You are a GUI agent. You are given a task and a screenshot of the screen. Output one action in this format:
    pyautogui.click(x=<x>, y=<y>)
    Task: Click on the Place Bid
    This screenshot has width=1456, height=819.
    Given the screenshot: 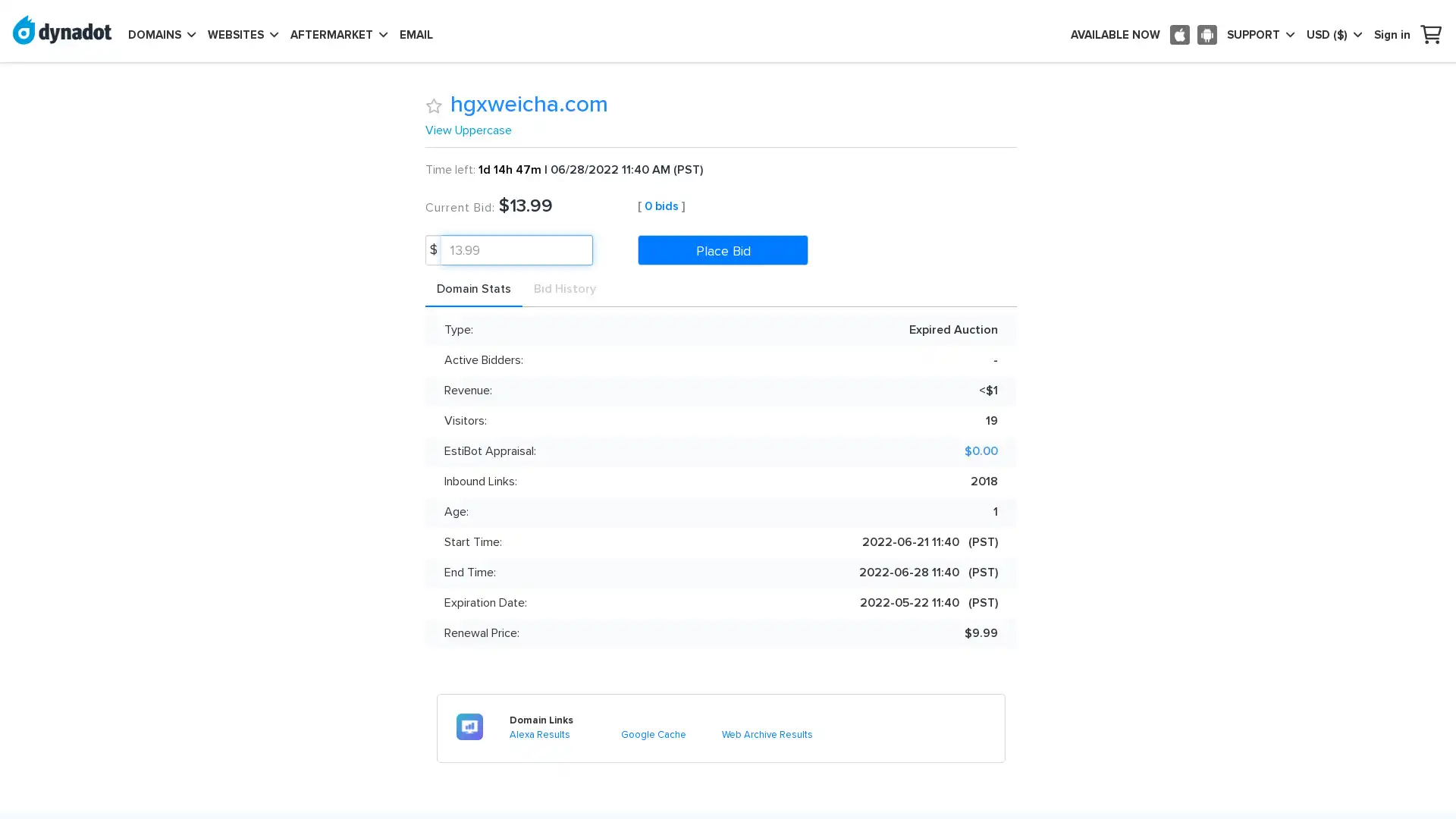 What is the action you would take?
    pyautogui.click(x=722, y=248)
    